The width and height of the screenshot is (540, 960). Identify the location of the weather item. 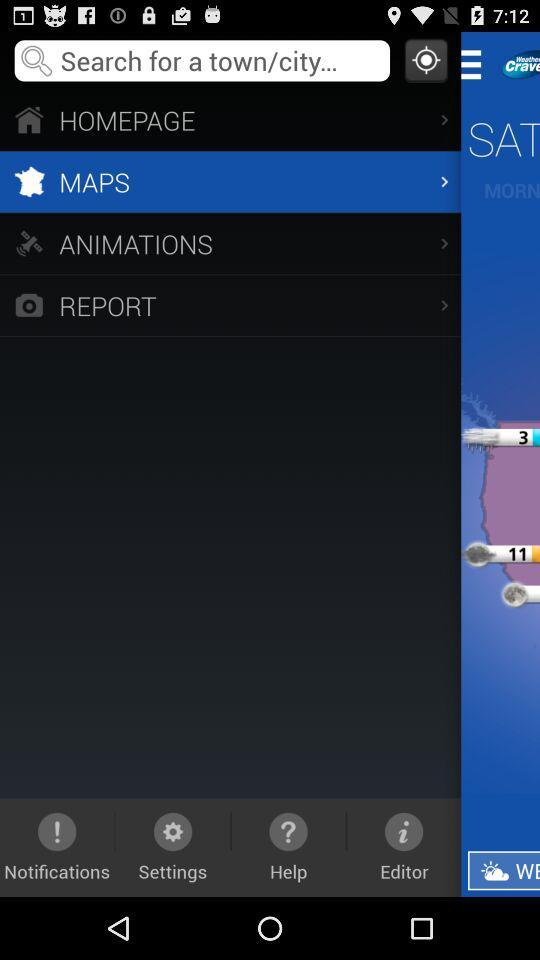
(502, 869).